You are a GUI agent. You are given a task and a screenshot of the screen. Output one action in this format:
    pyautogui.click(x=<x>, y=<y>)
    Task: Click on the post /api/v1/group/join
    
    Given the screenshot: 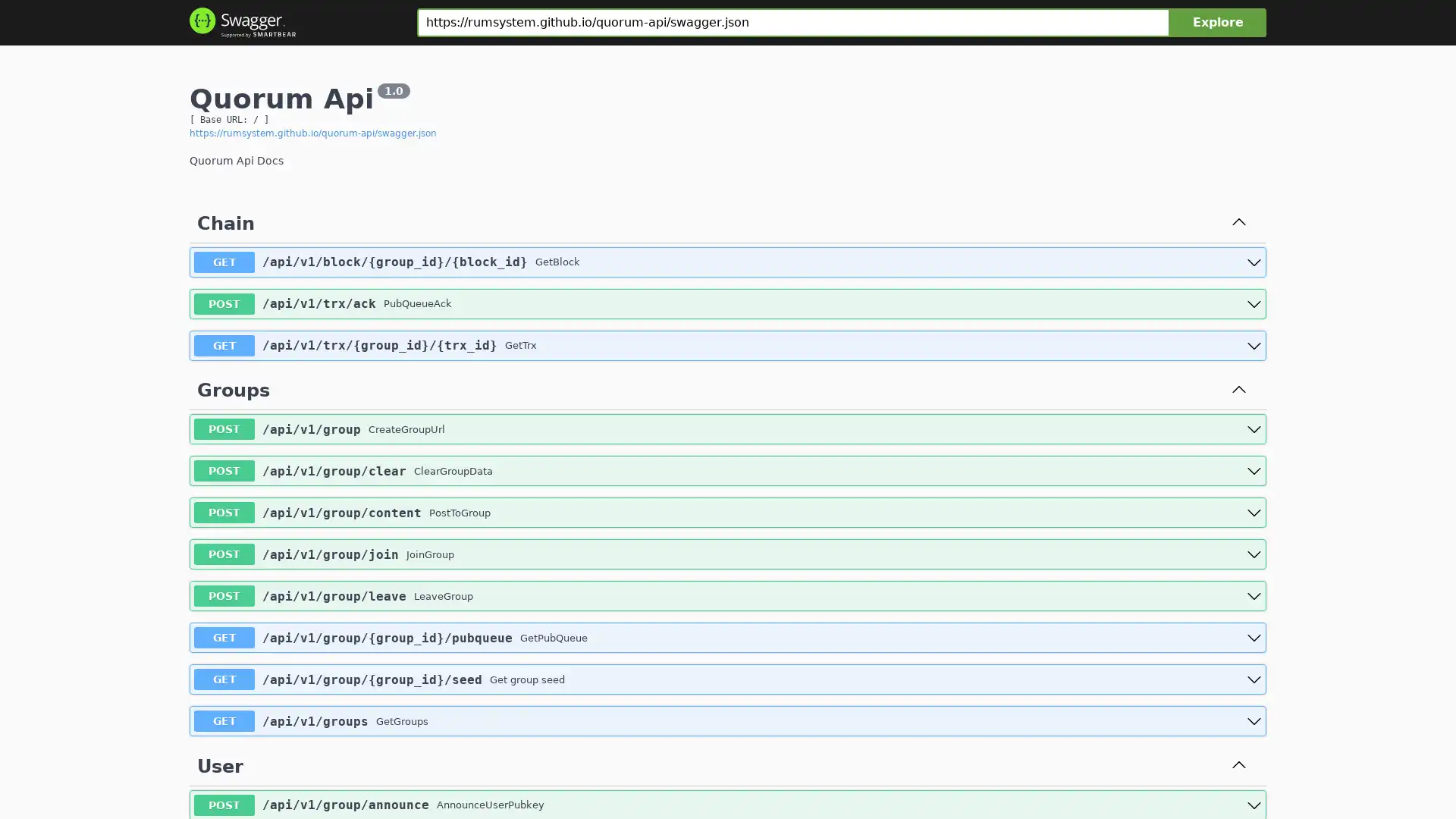 What is the action you would take?
    pyautogui.click(x=728, y=554)
    